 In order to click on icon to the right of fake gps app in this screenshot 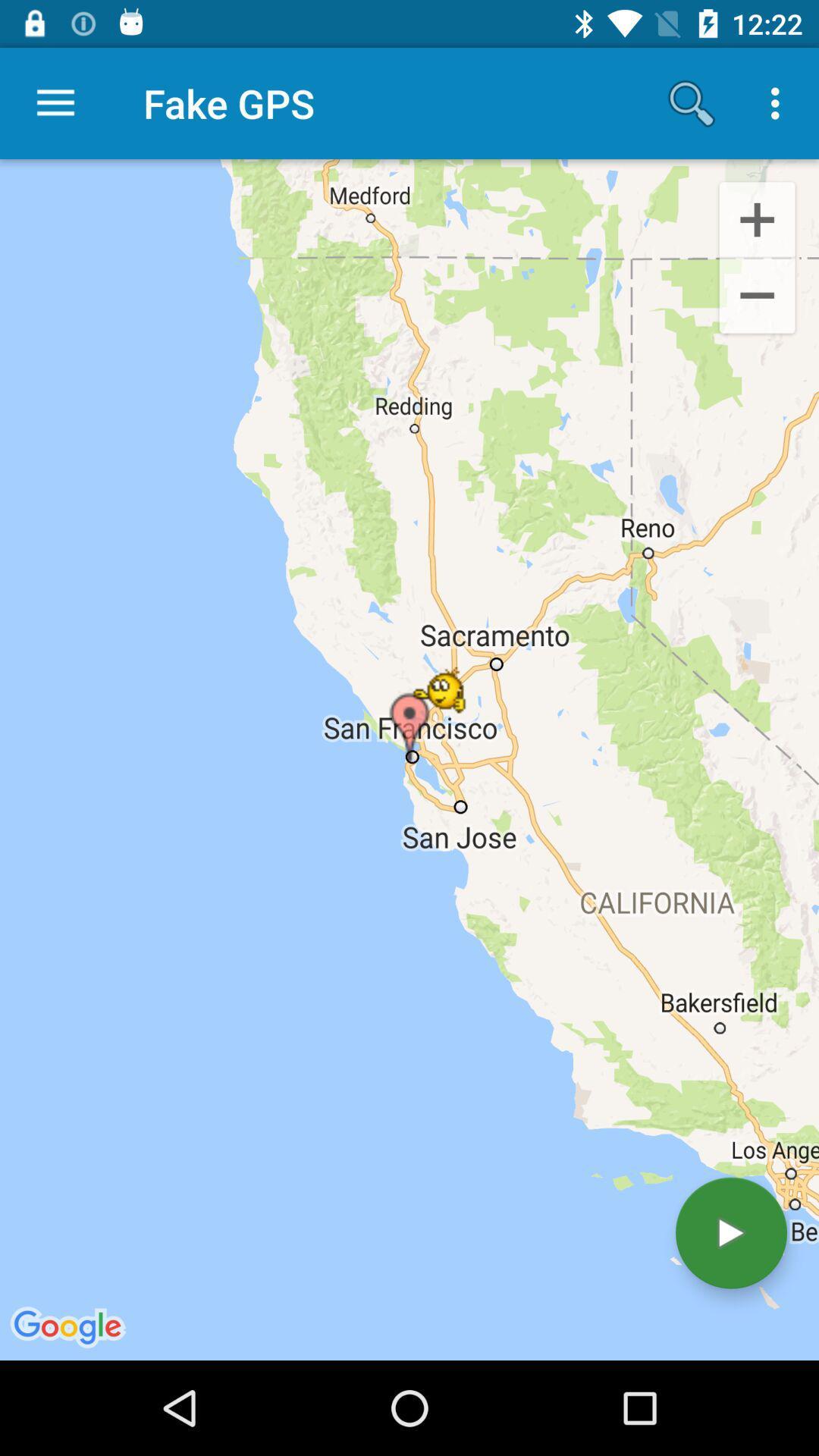, I will do `click(691, 102)`.